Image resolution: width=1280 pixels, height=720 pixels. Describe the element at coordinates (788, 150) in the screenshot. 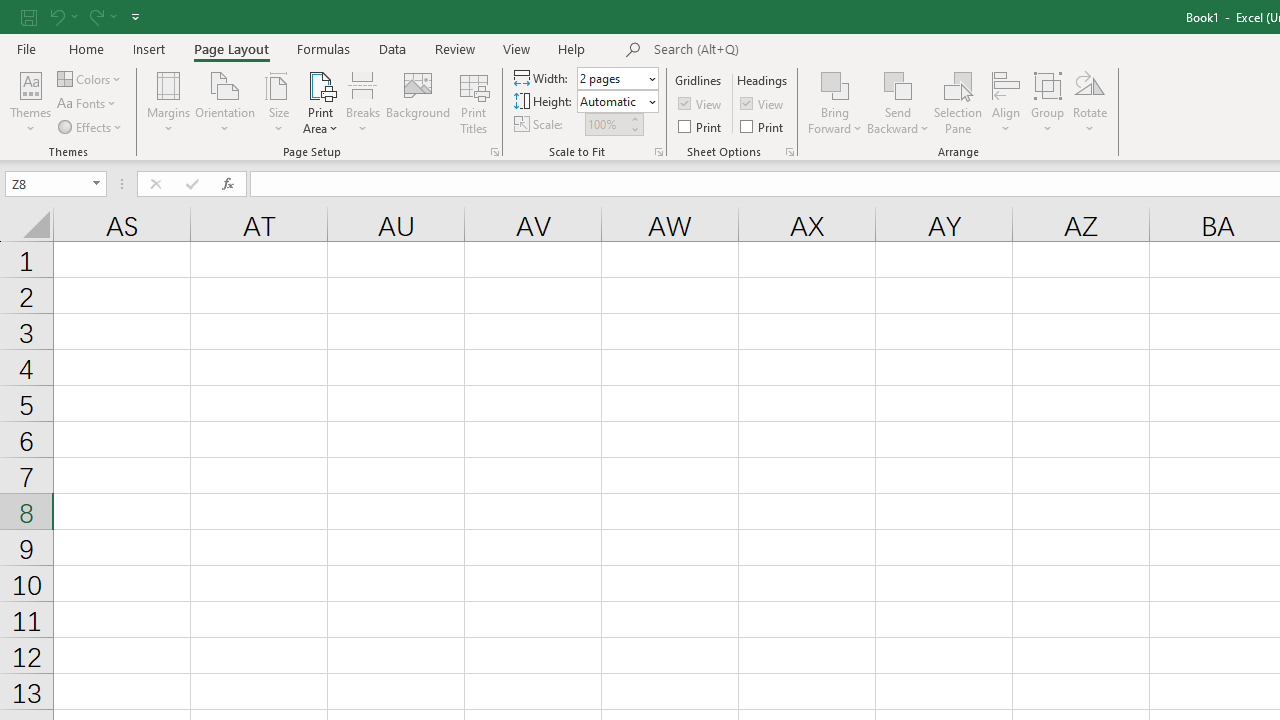

I see `'Sheet Options'` at that location.